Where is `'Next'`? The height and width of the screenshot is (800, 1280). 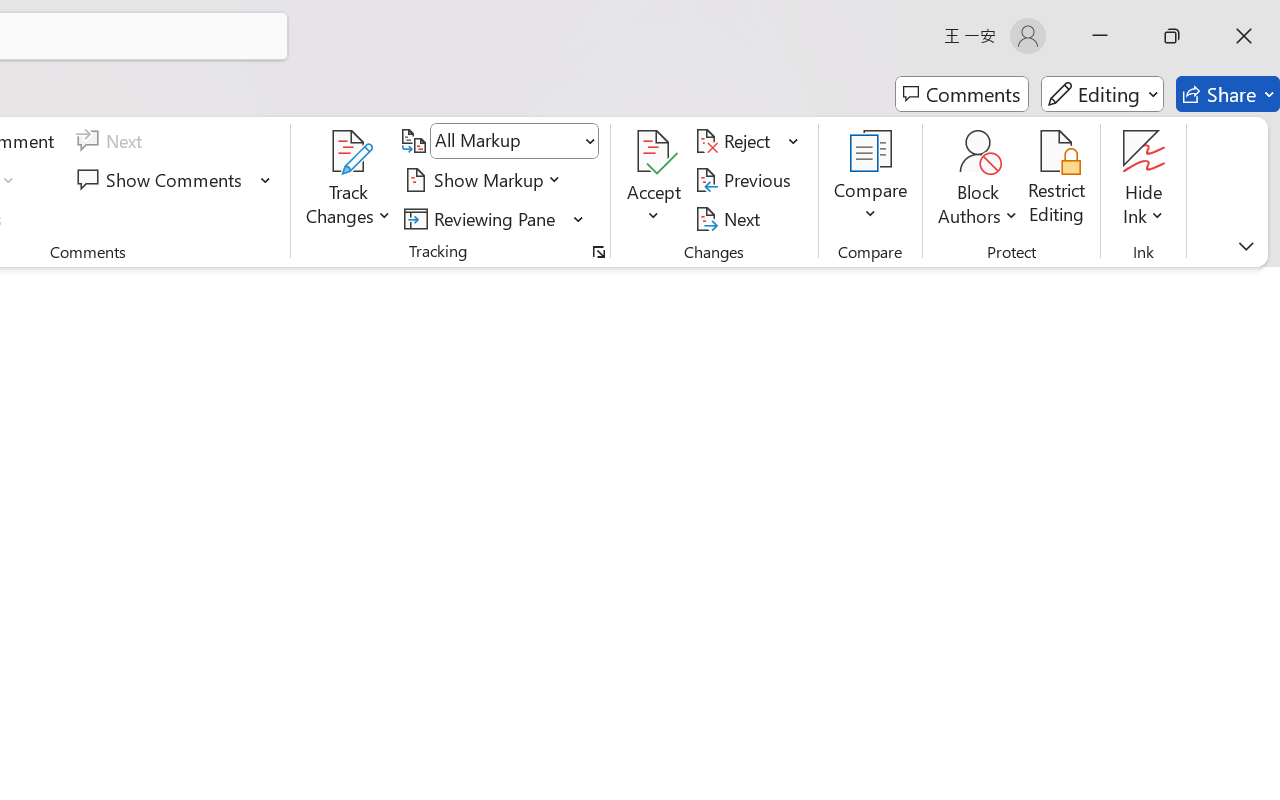
'Next' is located at coordinates (729, 218).